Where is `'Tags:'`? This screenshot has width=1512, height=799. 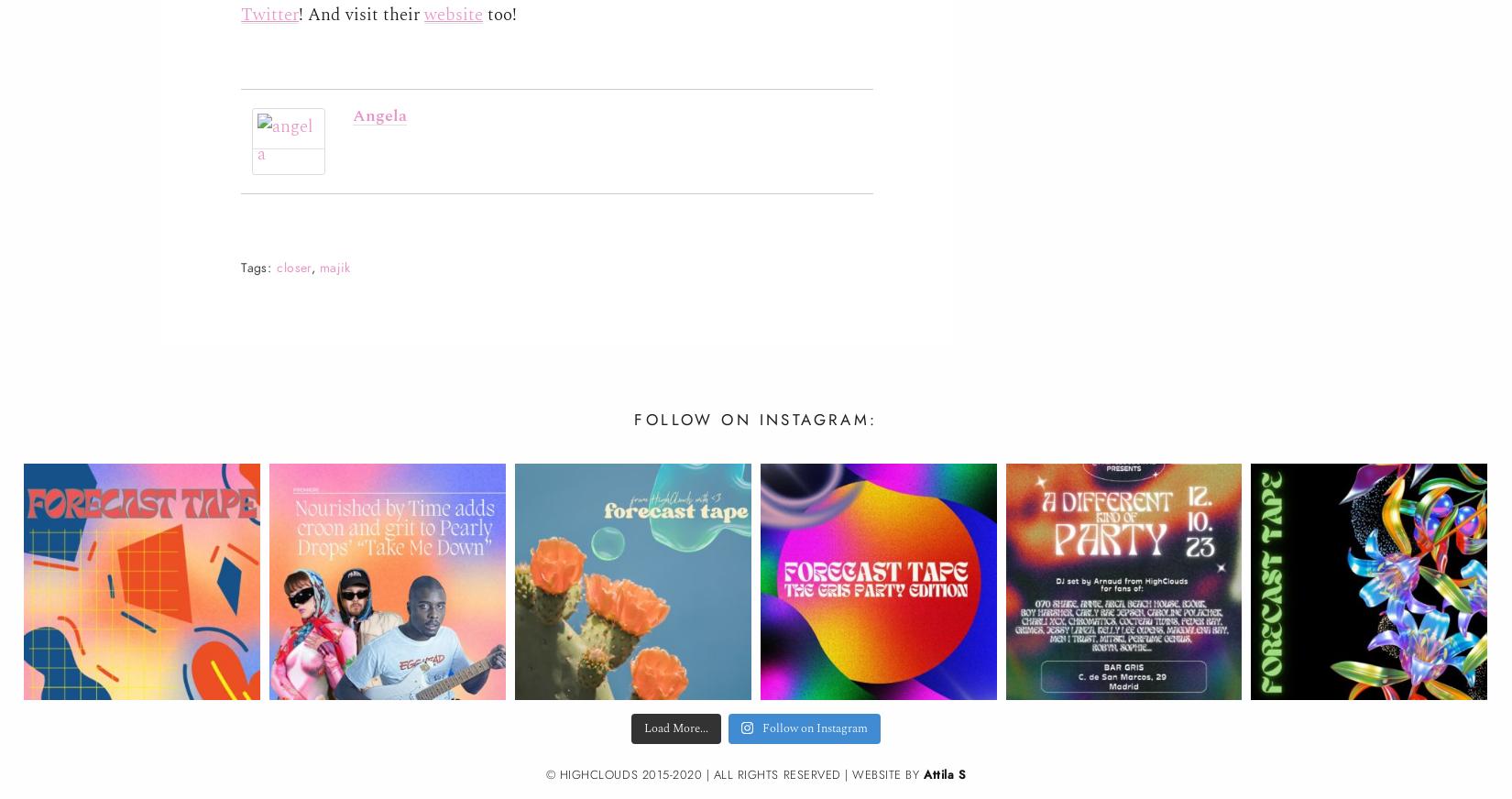
'Tags:' is located at coordinates (256, 266).